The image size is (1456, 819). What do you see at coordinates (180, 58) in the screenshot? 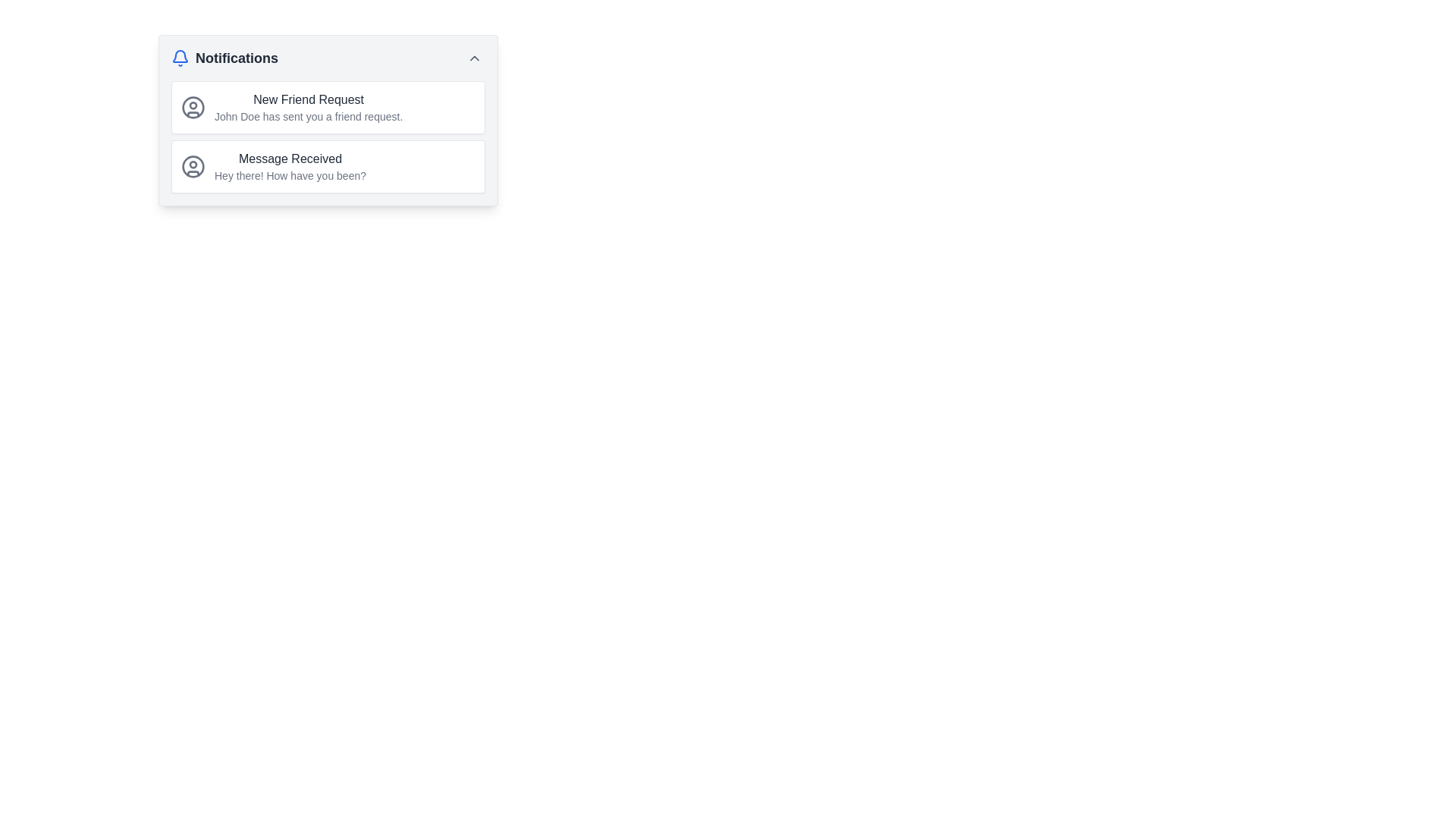
I see `the notification icon located to the left of the 'Notifications' text in the header section of the notification panel` at bounding box center [180, 58].